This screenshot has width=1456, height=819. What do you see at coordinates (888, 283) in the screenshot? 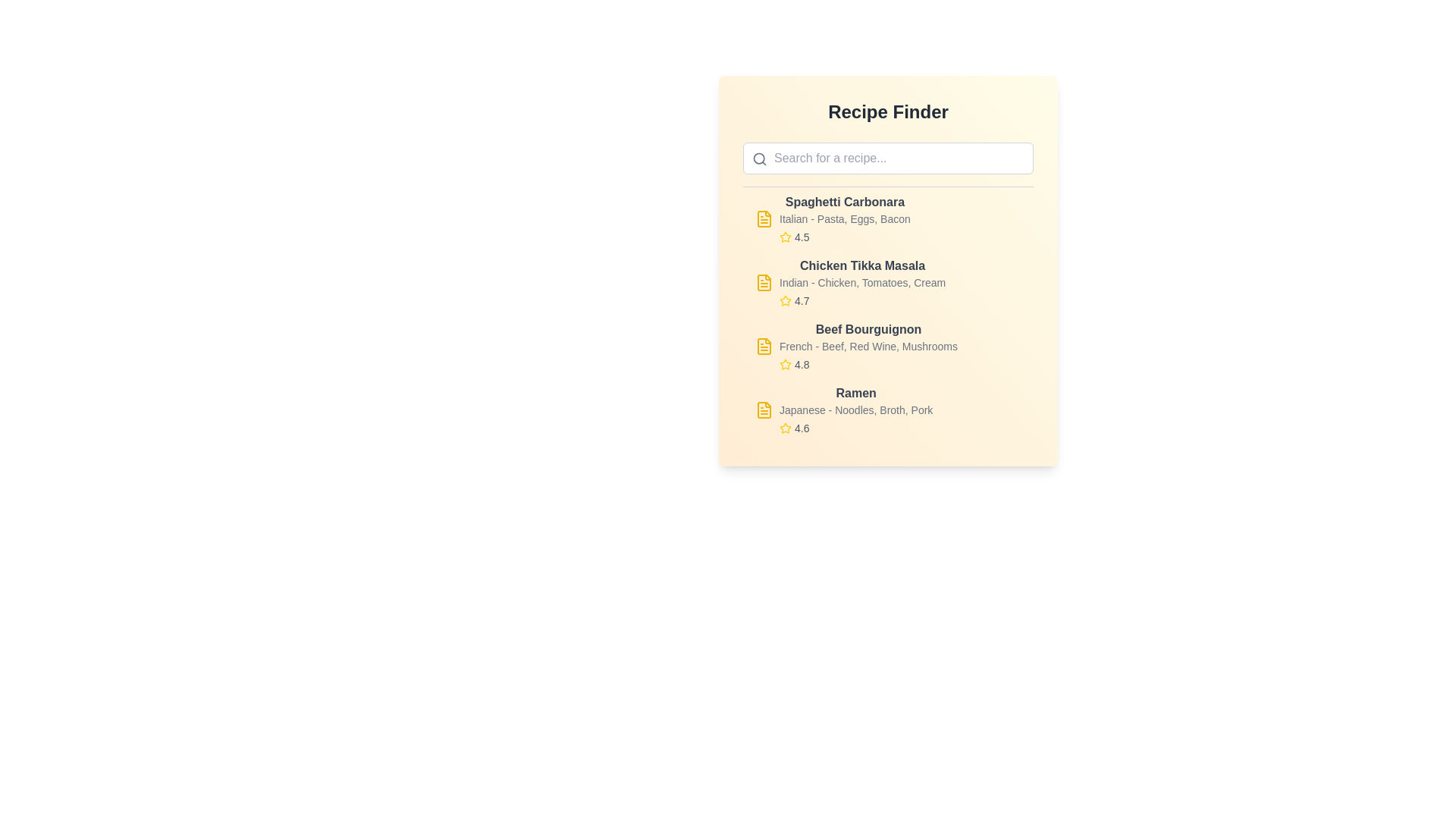
I see `the list item displaying 'Chicken Tikka Masala' for navigation` at bounding box center [888, 283].